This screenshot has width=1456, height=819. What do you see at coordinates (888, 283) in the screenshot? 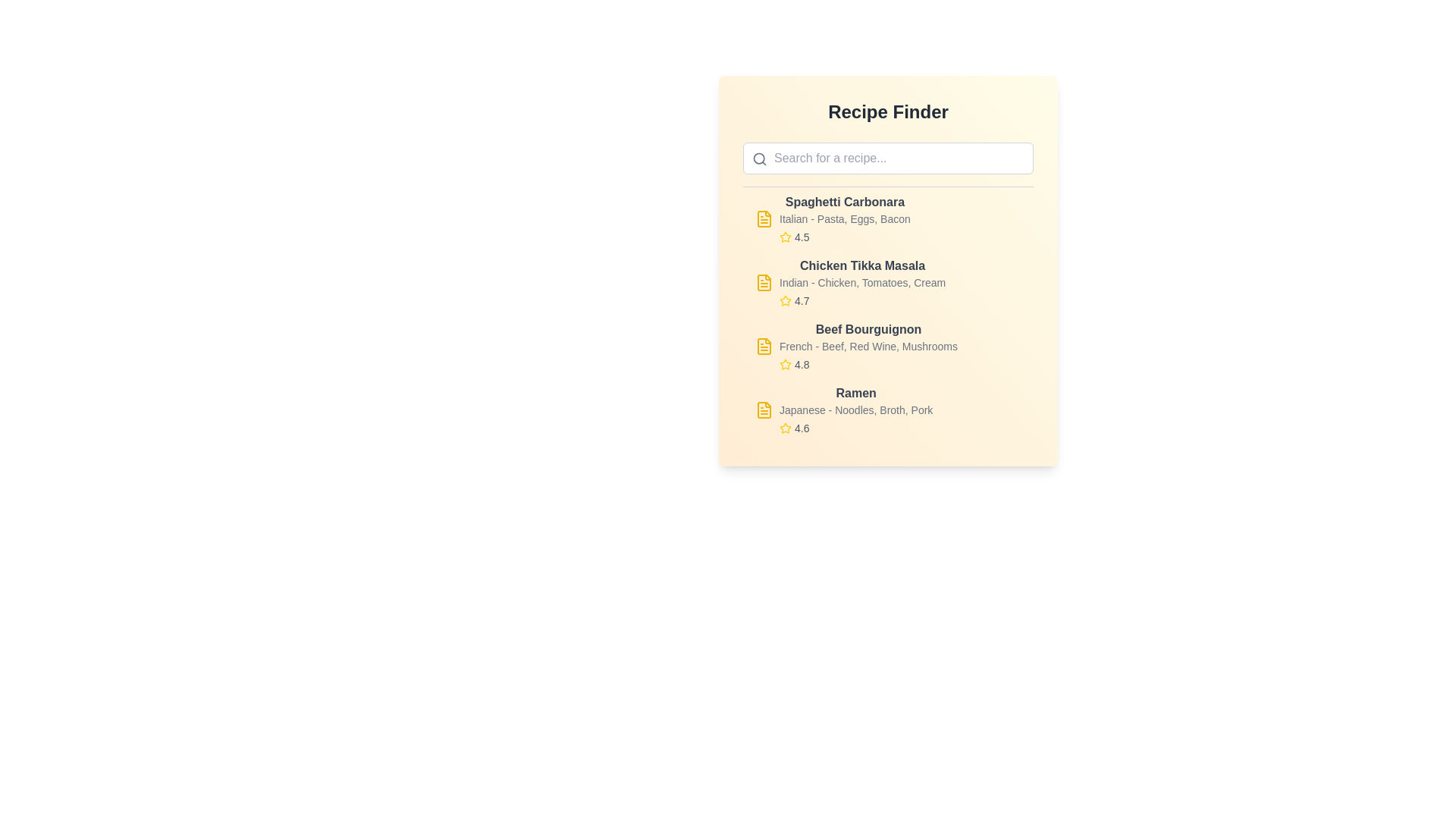
I see `the list item displaying 'Chicken Tikka Masala' for navigation` at bounding box center [888, 283].